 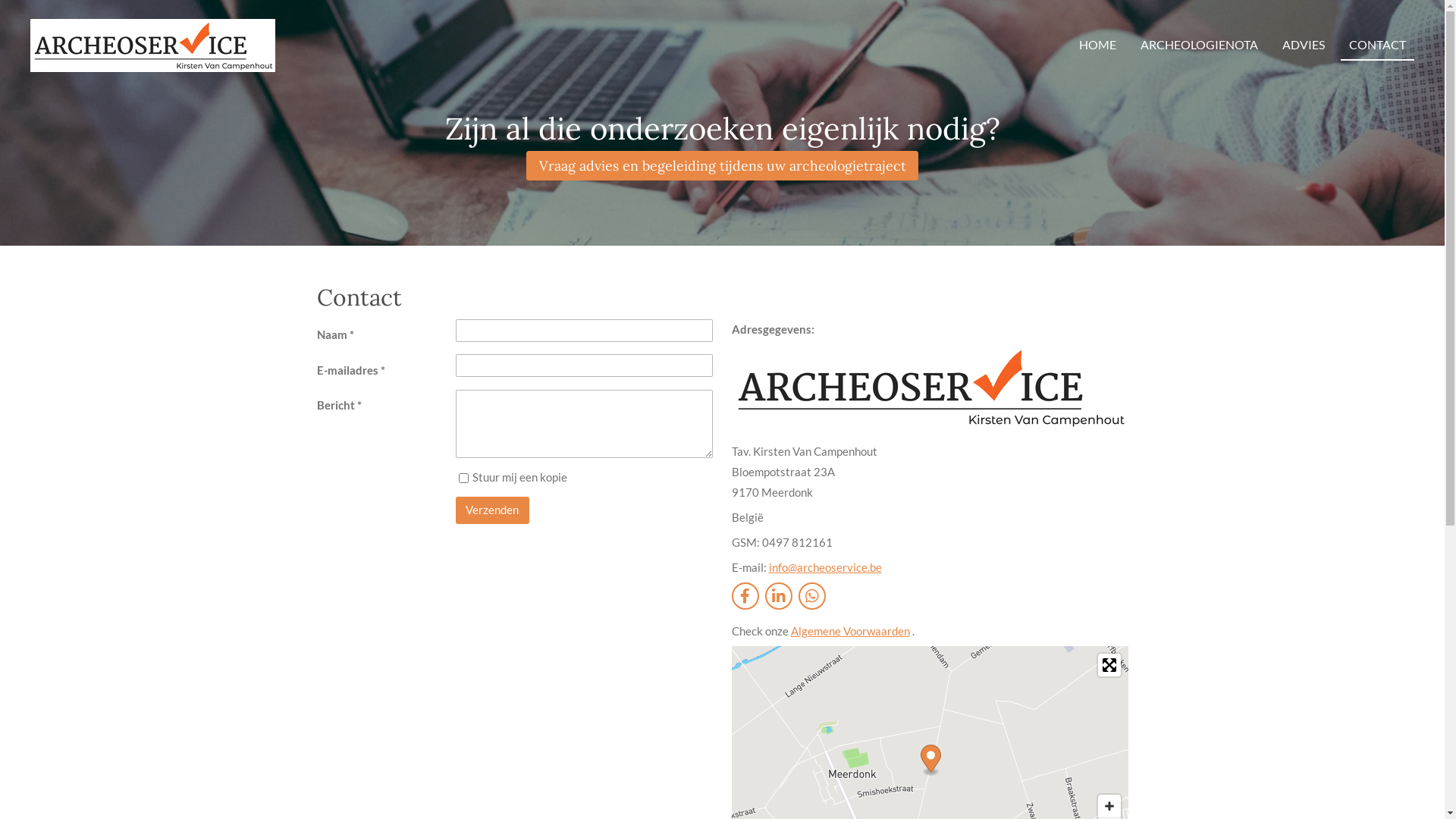 I want to click on 'Archeoservice Archeologienota', so click(x=30, y=45).